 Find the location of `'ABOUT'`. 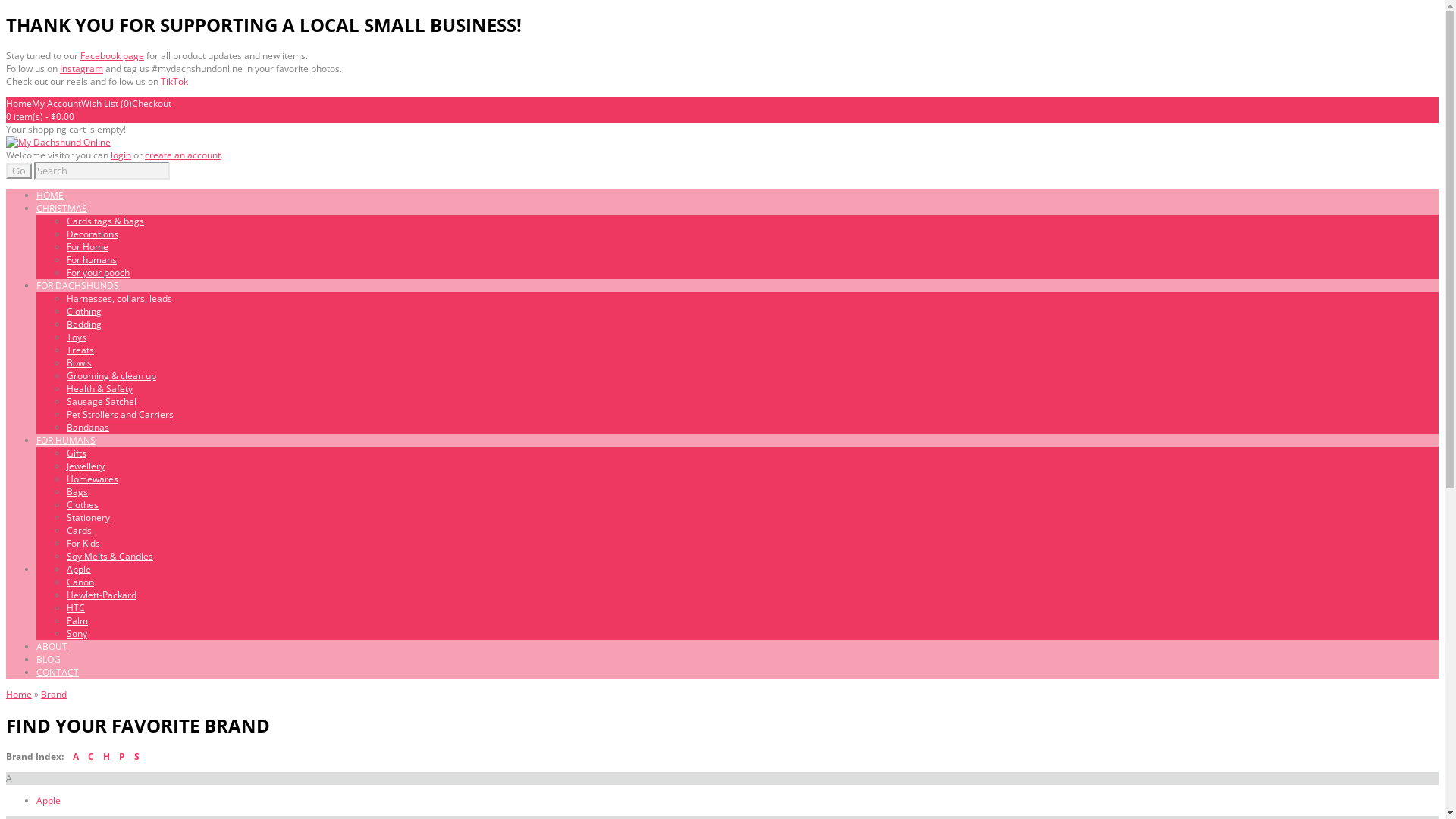

'ABOUT' is located at coordinates (52, 646).